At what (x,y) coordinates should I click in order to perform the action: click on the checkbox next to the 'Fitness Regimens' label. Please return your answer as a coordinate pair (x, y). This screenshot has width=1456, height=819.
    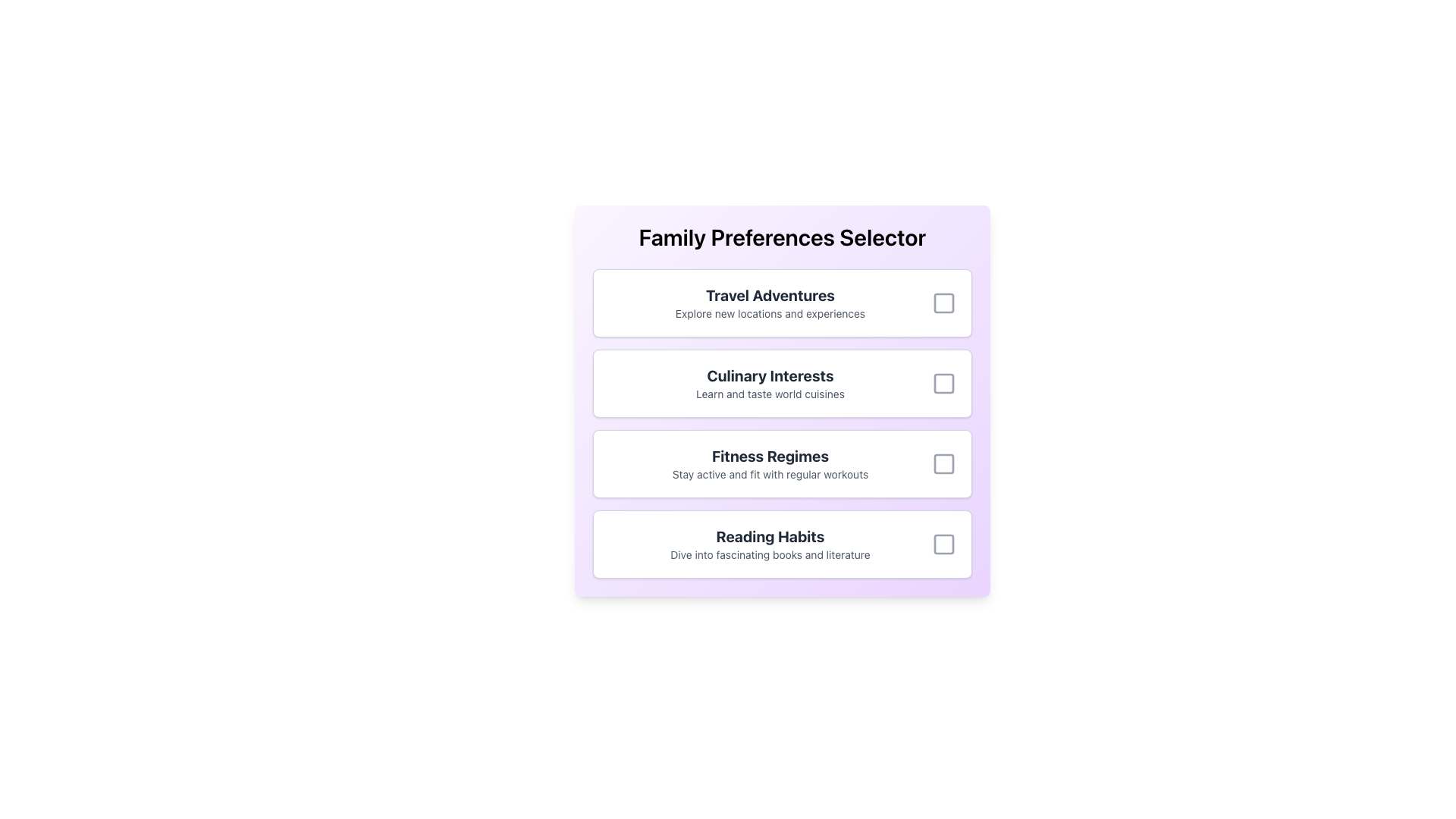
    Looking at the image, I should click on (943, 463).